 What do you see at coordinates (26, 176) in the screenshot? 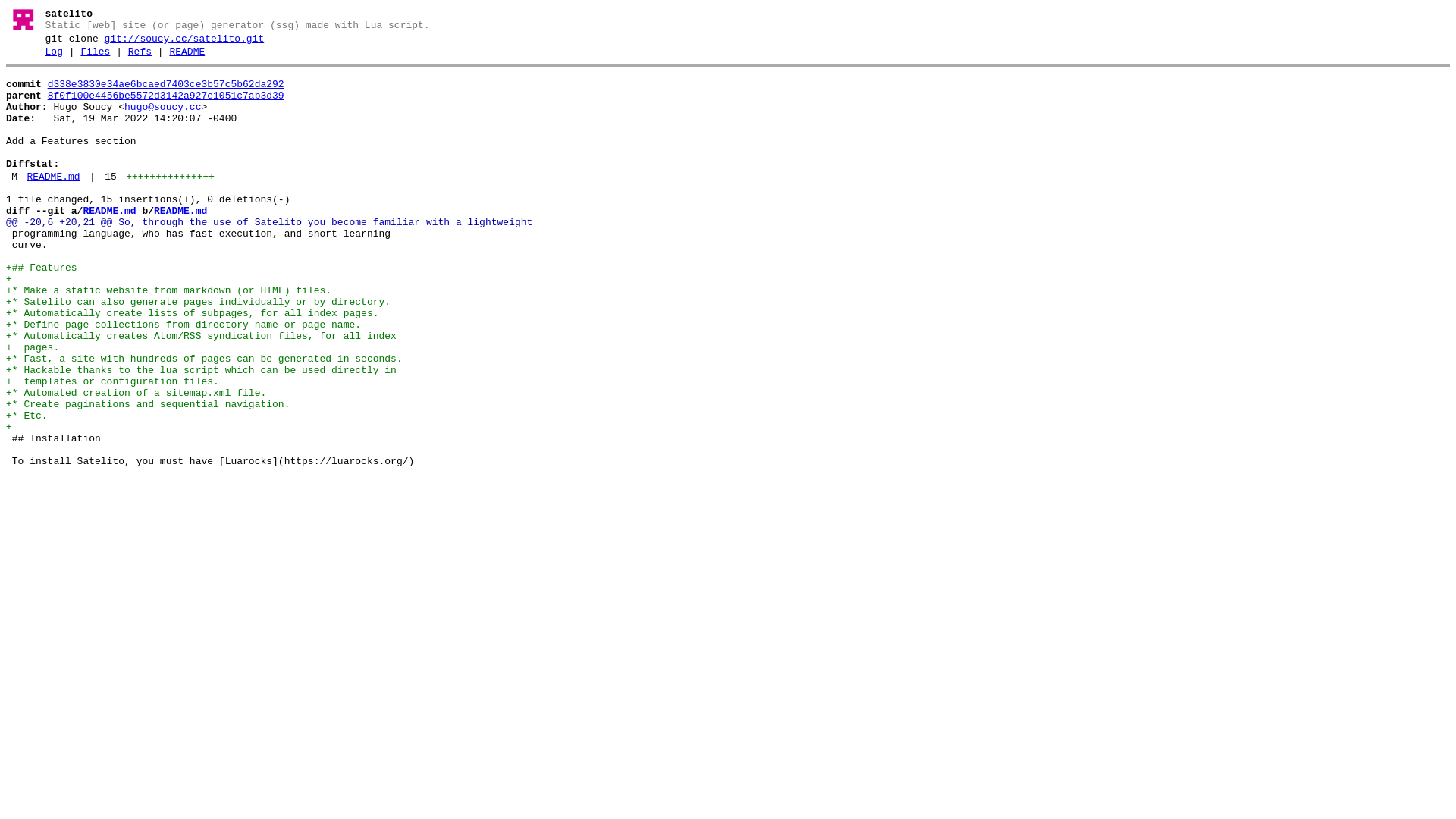
I see `'README.md'` at bounding box center [26, 176].